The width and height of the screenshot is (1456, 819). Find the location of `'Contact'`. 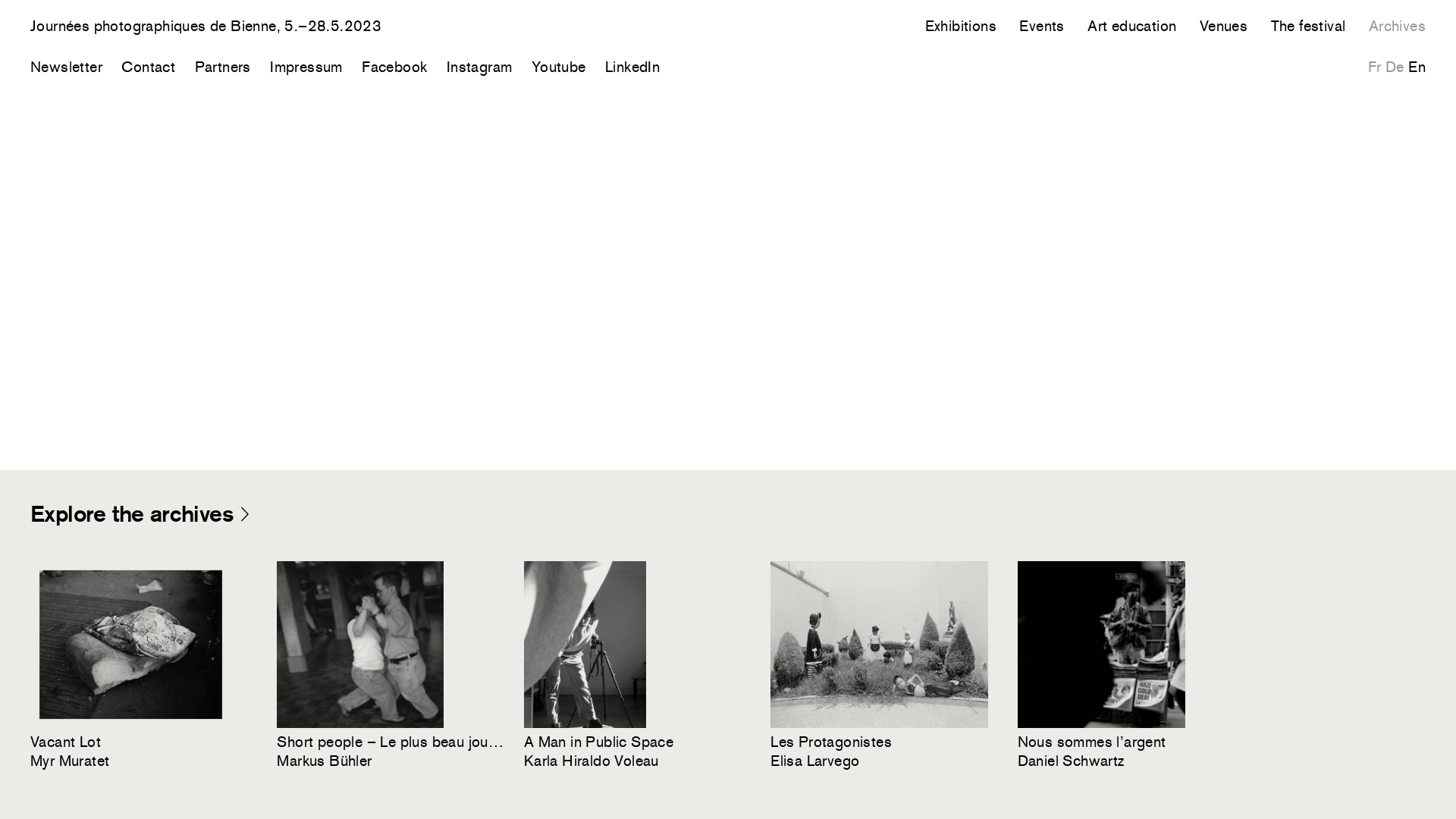

'Contact' is located at coordinates (120, 66).